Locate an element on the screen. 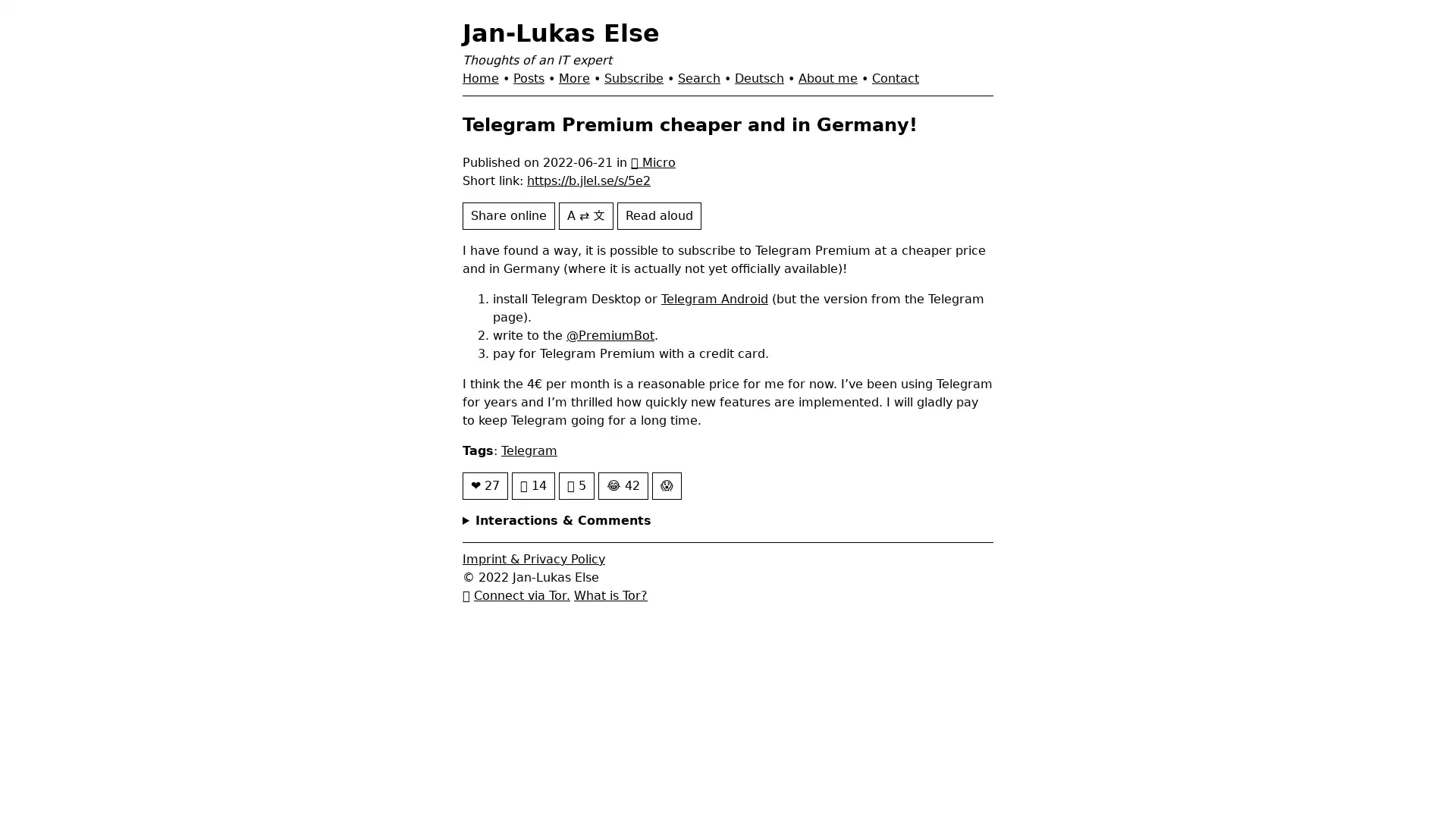  27 is located at coordinates (484, 485).